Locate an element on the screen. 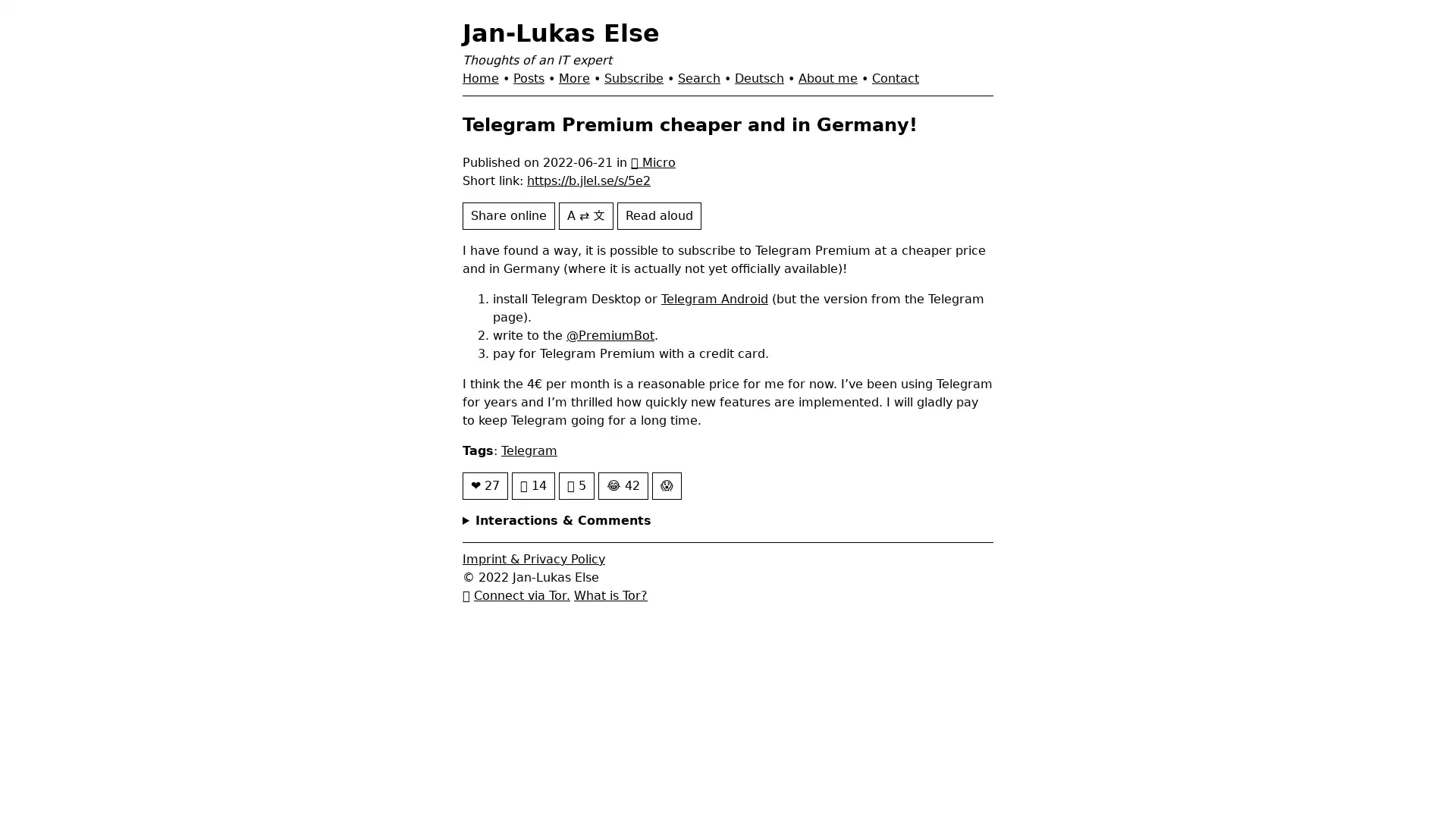  27 is located at coordinates (484, 485).